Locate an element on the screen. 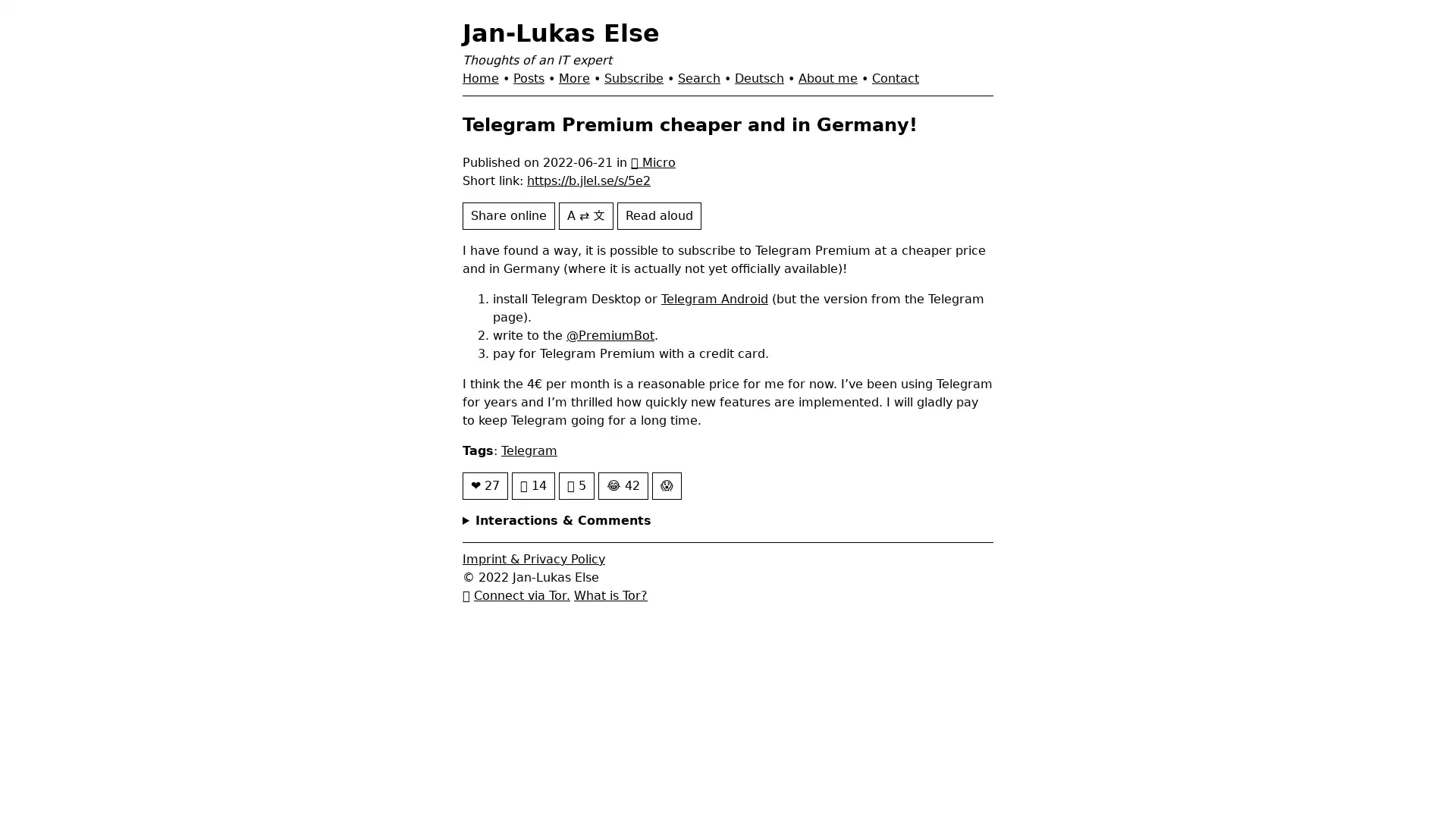  27 is located at coordinates (484, 485).